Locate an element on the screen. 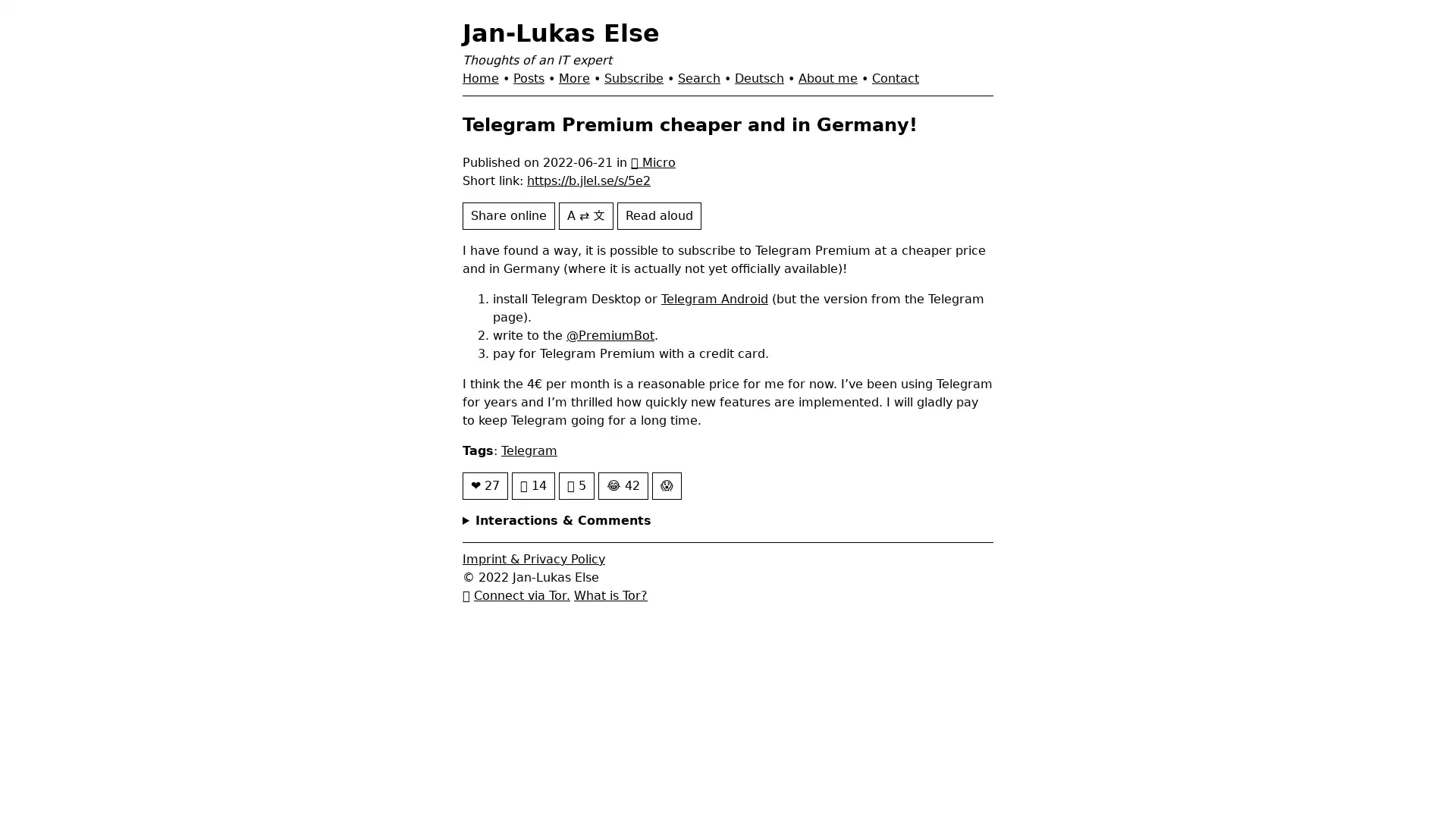  27 is located at coordinates (484, 485).